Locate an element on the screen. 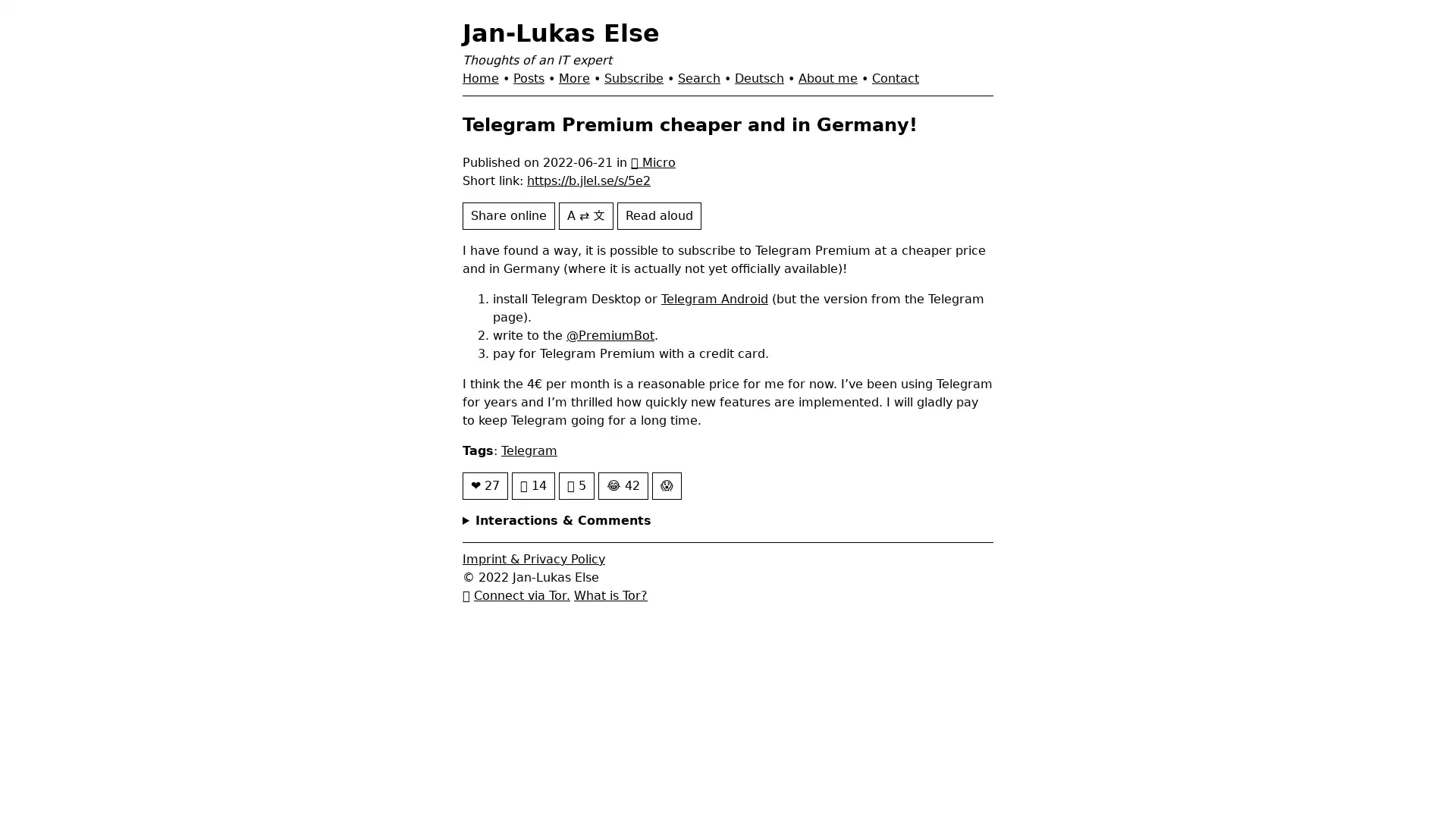  27 is located at coordinates (484, 485).